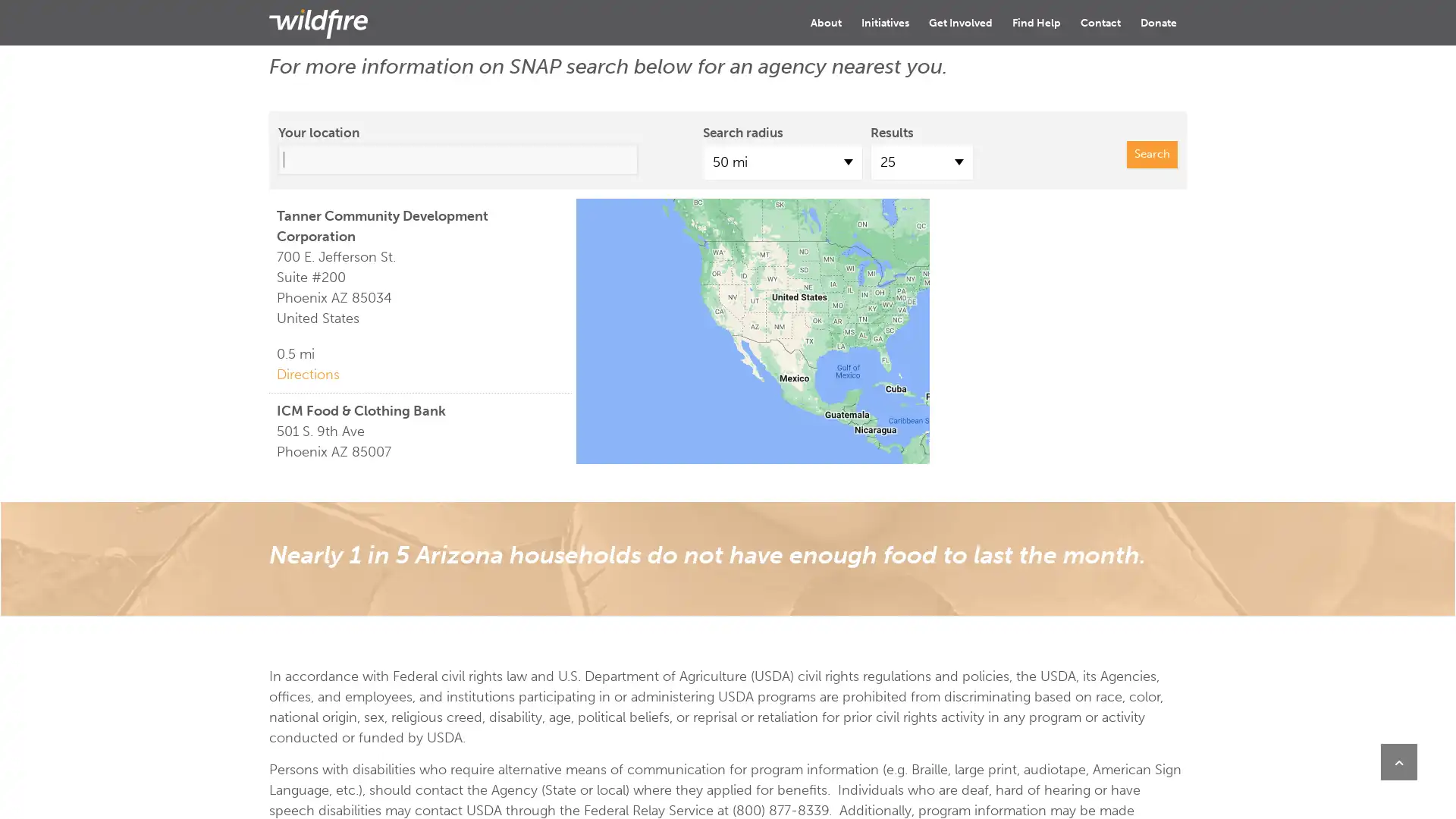  Describe the element at coordinates (899, 290) in the screenshot. I see `NOAH Midtown` at that location.